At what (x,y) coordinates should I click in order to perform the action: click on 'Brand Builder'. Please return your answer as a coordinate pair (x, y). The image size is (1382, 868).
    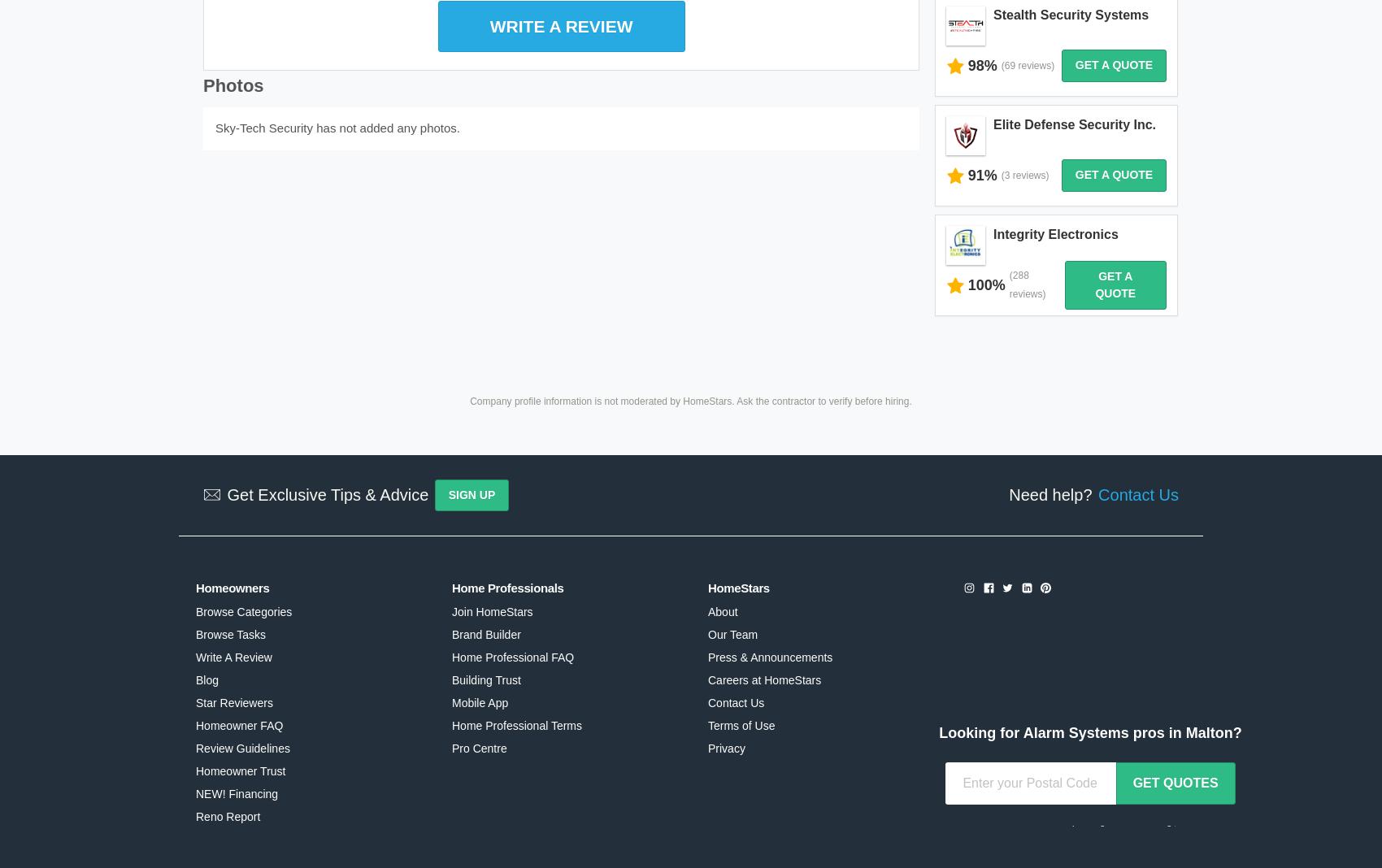
    Looking at the image, I should click on (485, 566).